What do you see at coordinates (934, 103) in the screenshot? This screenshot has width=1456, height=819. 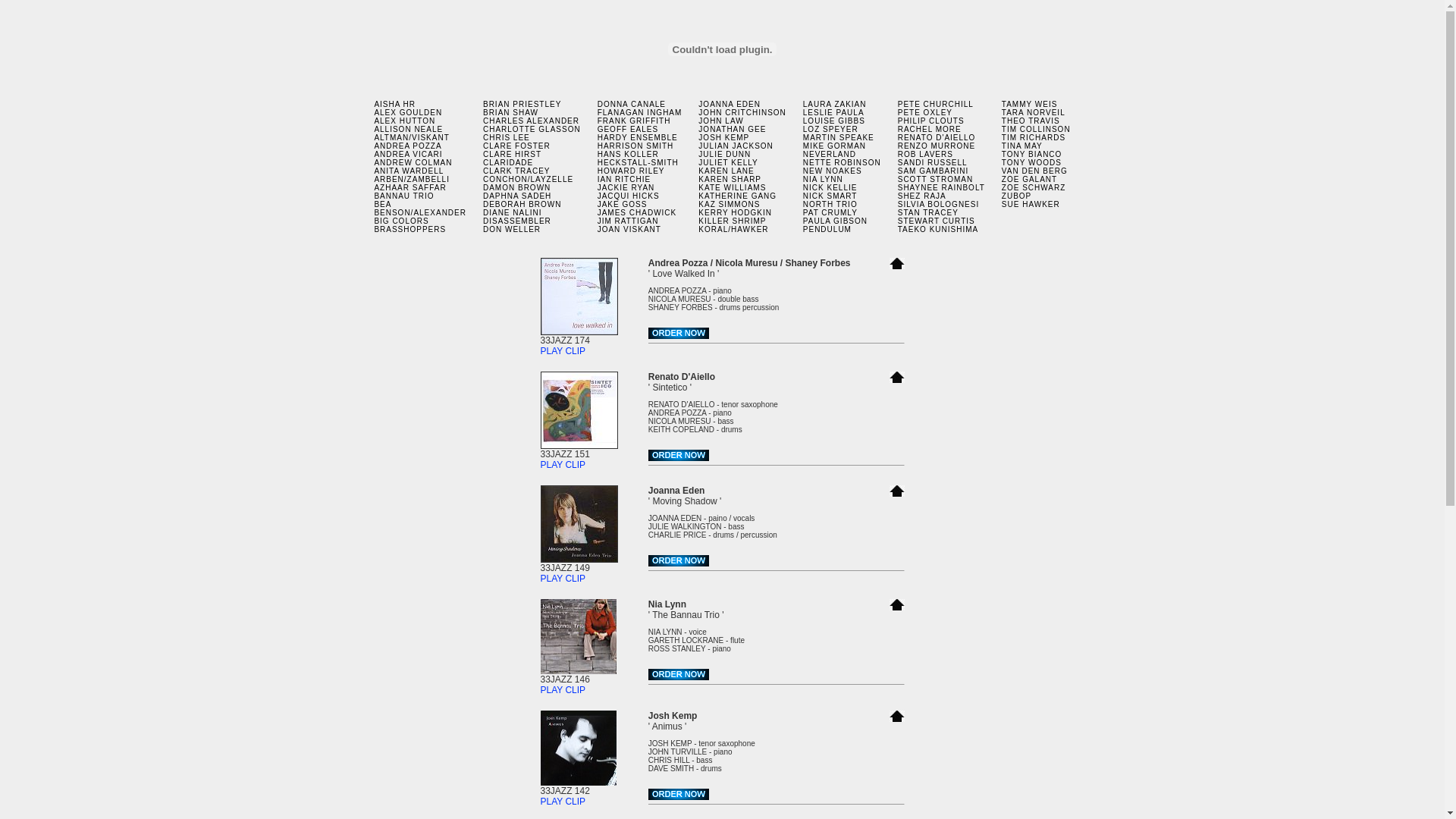 I see `'PETE CHURCHILL'` at bounding box center [934, 103].